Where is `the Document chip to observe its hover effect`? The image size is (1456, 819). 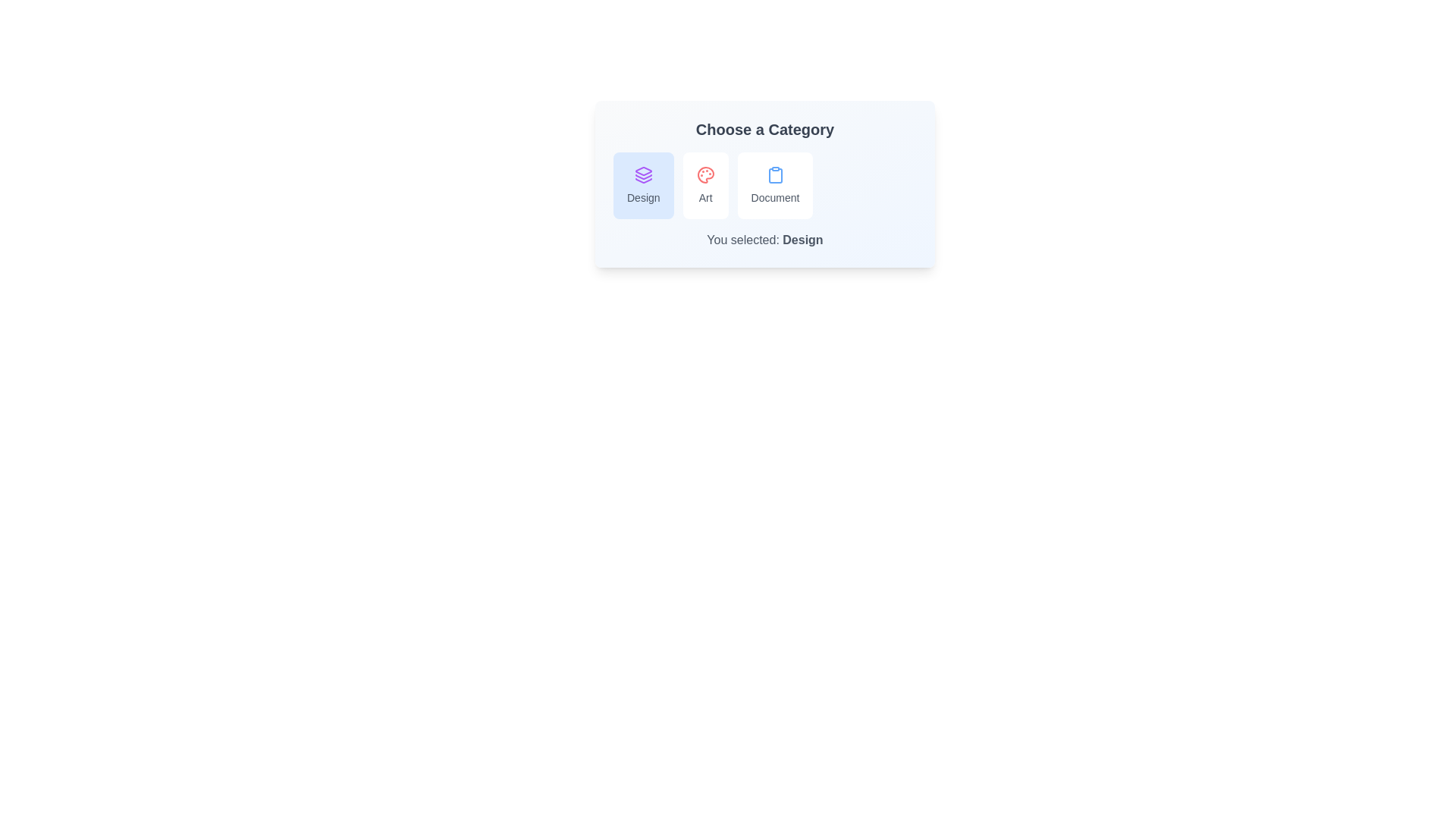
the Document chip to observe its hover effect is located at coordinates (775, 185).